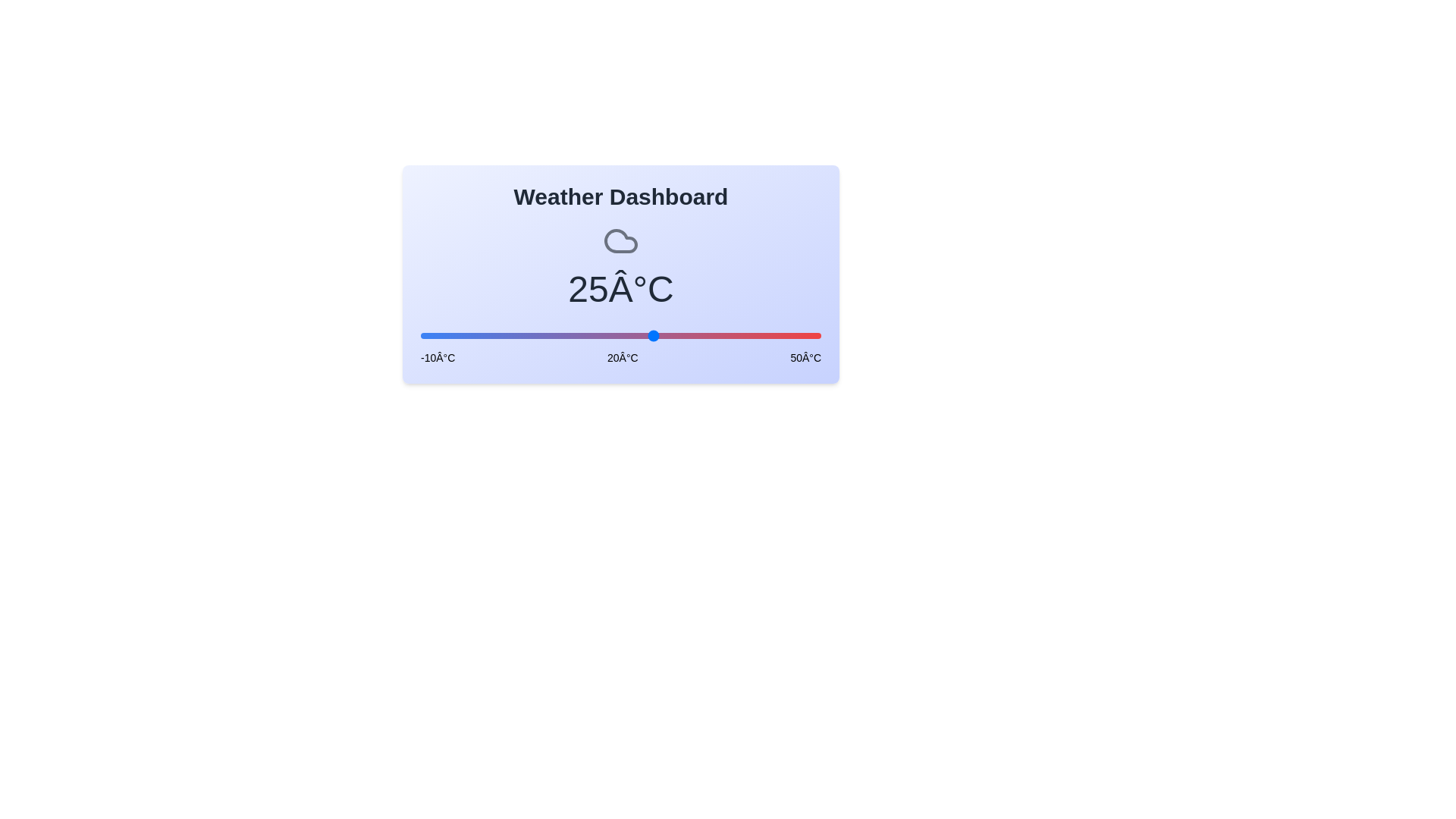 Image resolution: width=1456 pixels, height=819 pixels. Describe the element at coordinates (800, 335) in the screenshot. I see `the slider to a specific temperature value 47 within the range [-10, 50]` at that location.